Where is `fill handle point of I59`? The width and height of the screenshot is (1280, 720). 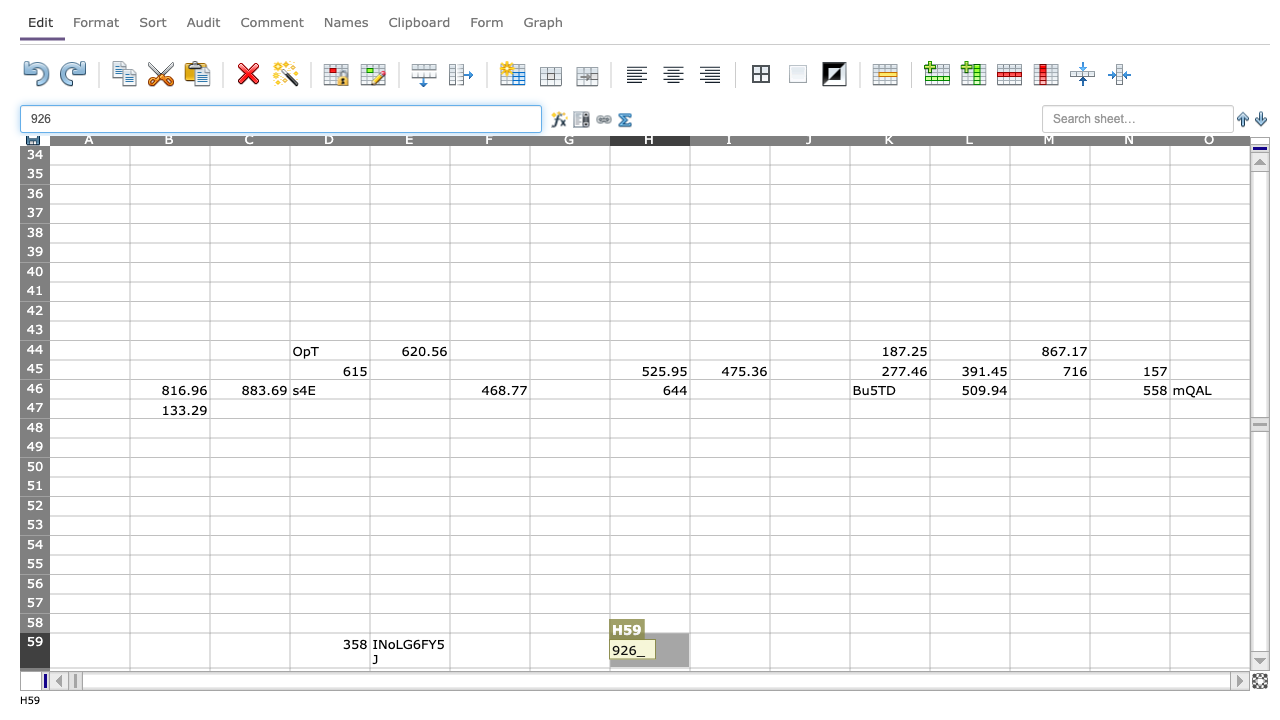
fill handle point of I59 is located at coordinates (769, 668).